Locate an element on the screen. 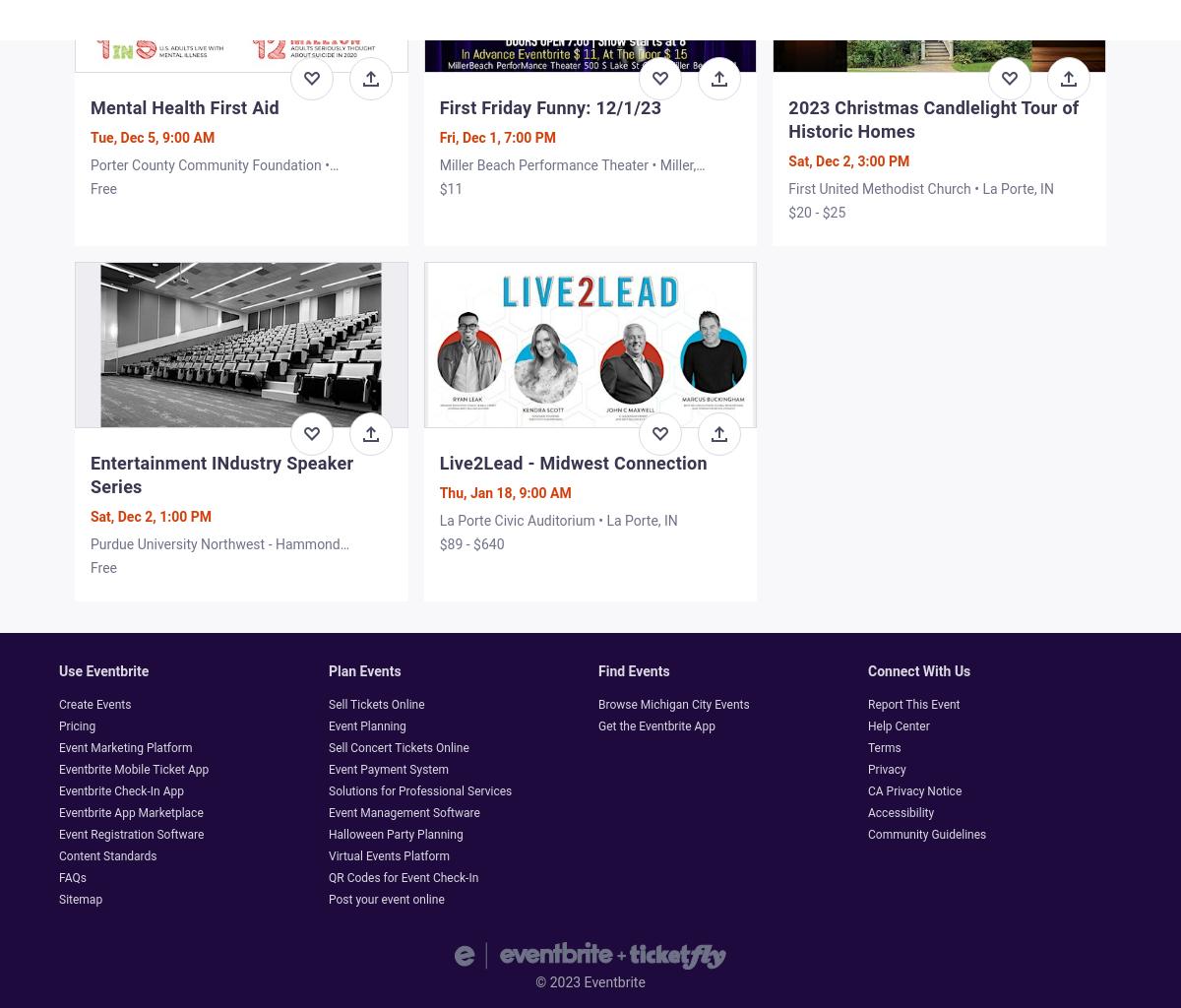 This screenshot has width=1181, height=1008. 'Entertainment INdustry Speaker Series' is located at coordinates (220, 472).